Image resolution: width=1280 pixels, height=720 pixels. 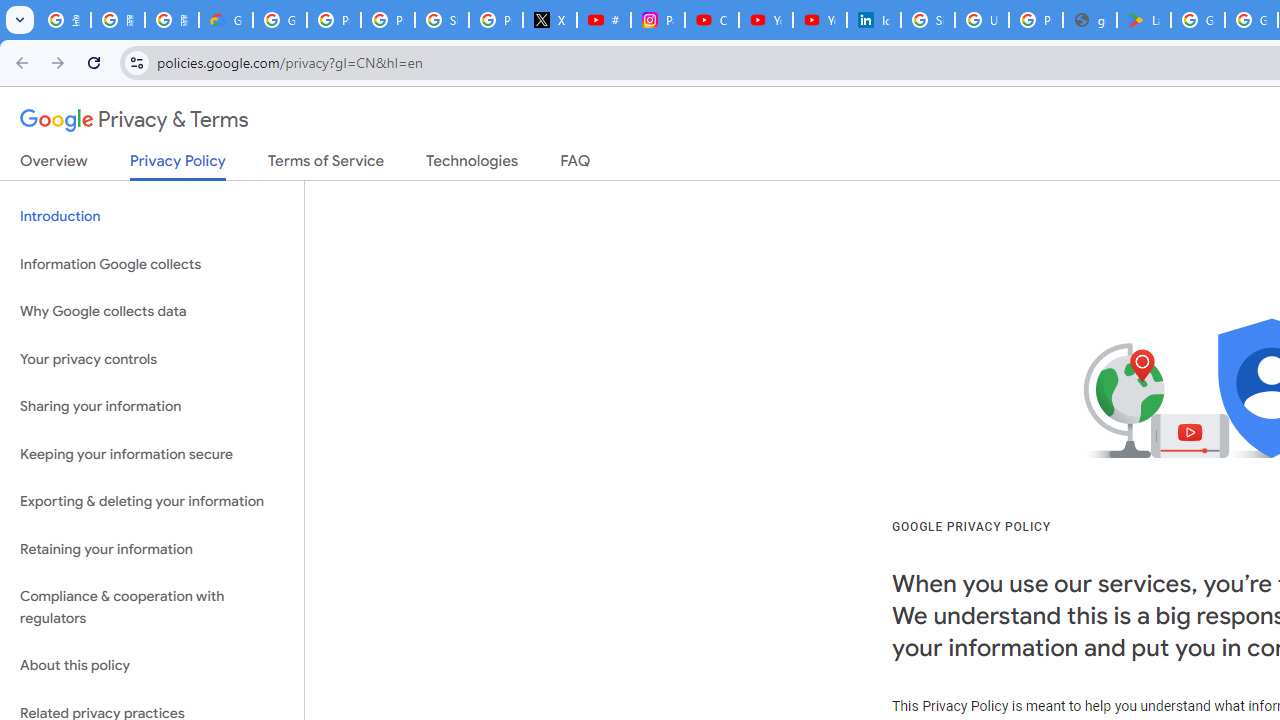 I want to click on 'FAQ', so click(x=575, y=164).